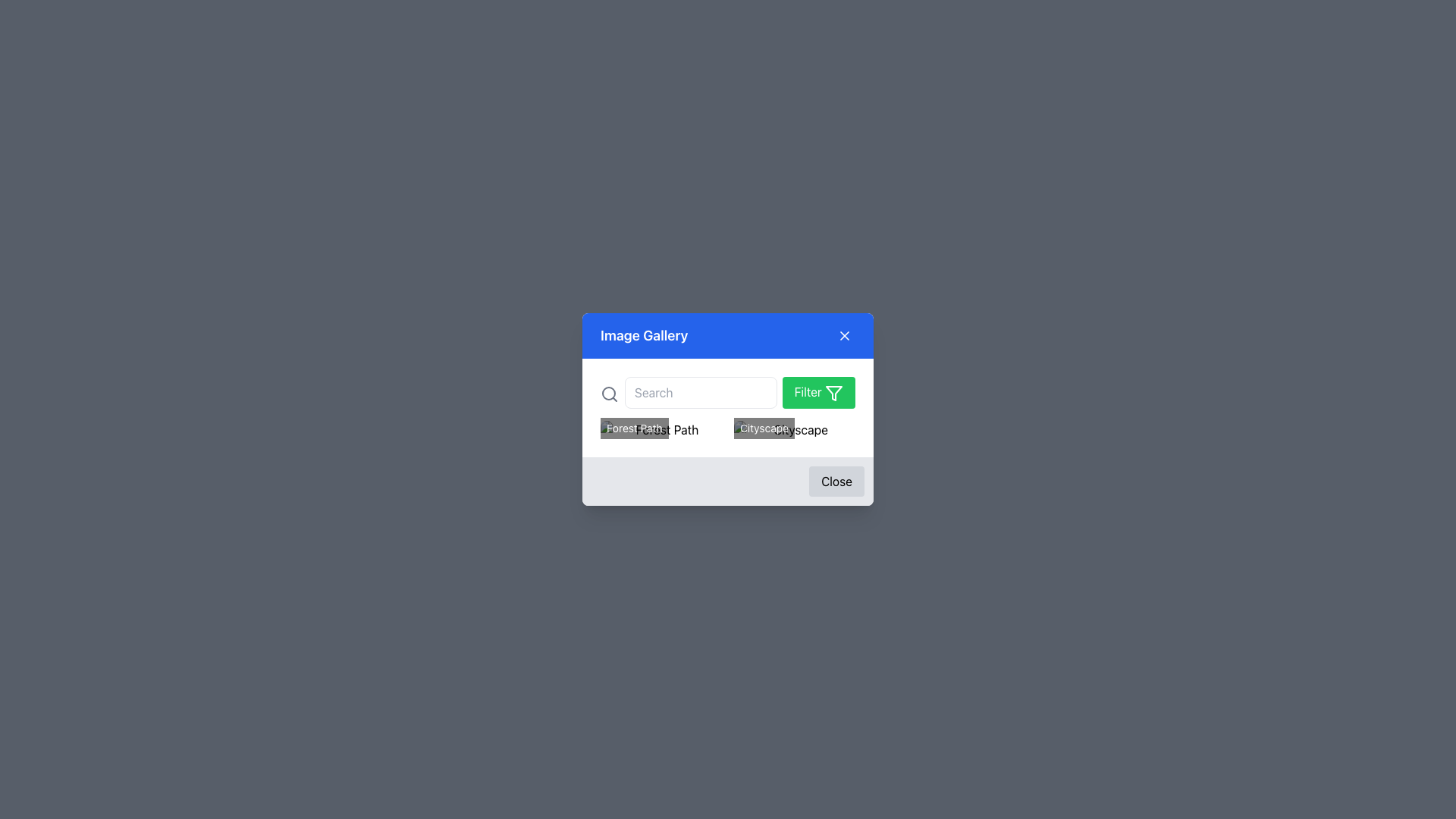 The width and height of the screenshot is (1456, 819). What do you see at coordinates (833, 391) in the screenshot?
I see `the filter icon, which is a funnel-like shape located at the center of the green 'Filter' button in the top-right corner of the 'Image Gallery' modal box` at bounding box center [833, 391].